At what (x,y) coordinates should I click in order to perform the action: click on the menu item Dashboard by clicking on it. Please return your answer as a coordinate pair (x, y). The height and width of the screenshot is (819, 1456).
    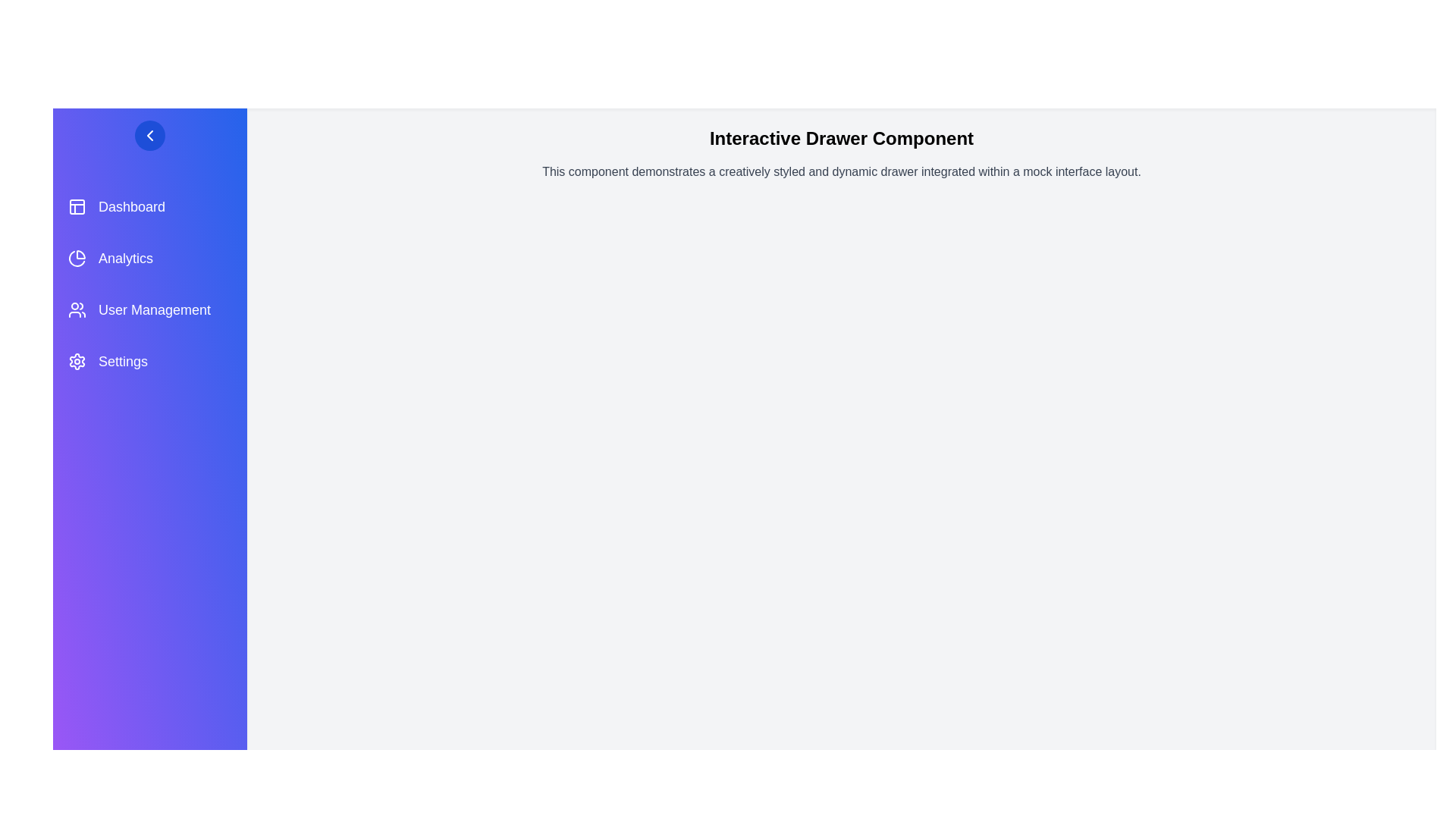
    Looking at the image, I should click on (149, 207).